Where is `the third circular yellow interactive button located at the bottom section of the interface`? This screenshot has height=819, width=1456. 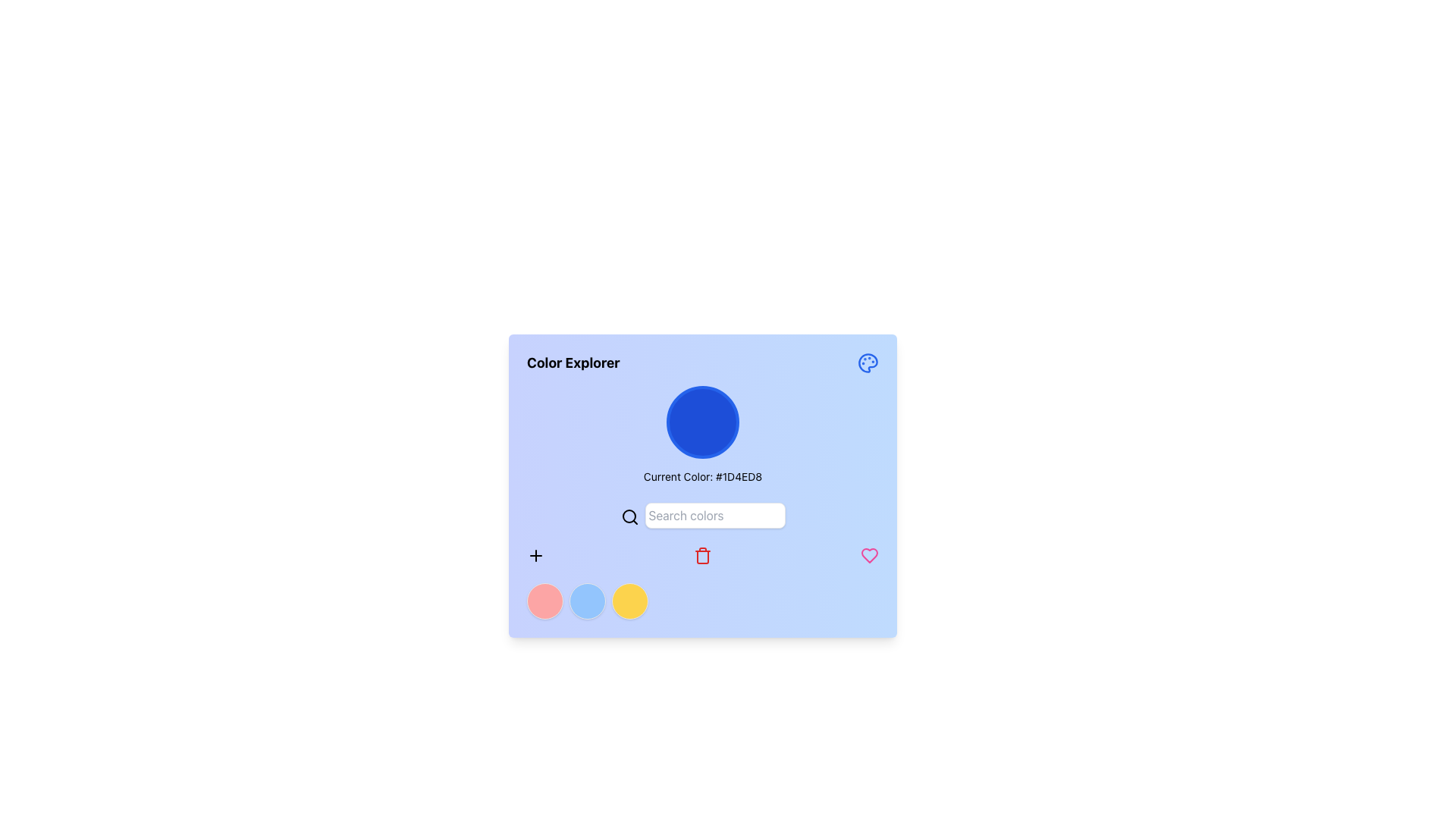 the third circular yellow interactive button located at the bottom section of the interface is located at coordinates (629, 601).